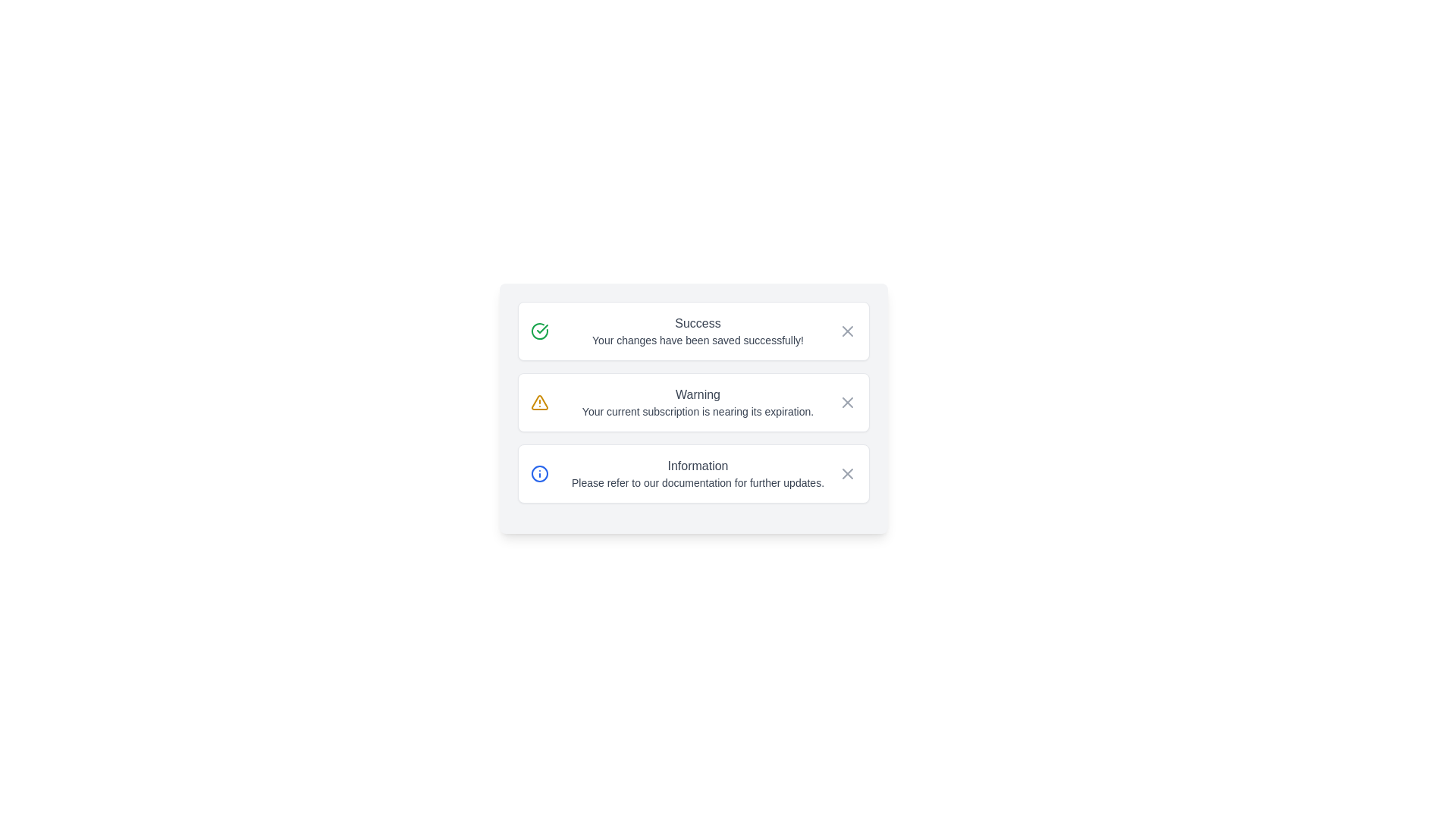  Describe the element at coordinates (697, 339) in the screenshot. I see `confirmation message displayed in a smaller font size stating 'Your changes have been saved successfully!' located below the bold 'Success' label in the notification box` at that location.